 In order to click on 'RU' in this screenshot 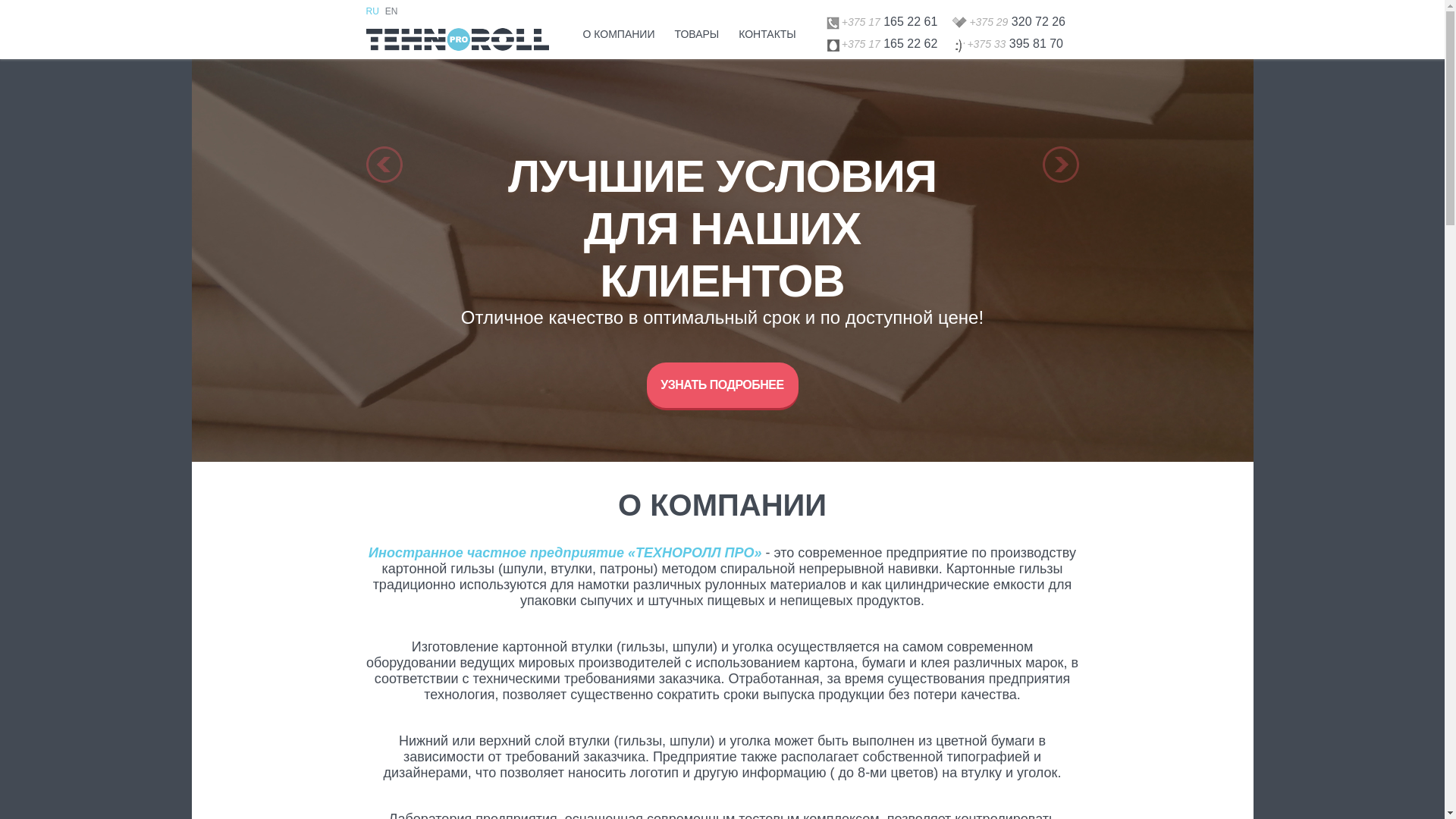, I will do `click(372, 11)`.